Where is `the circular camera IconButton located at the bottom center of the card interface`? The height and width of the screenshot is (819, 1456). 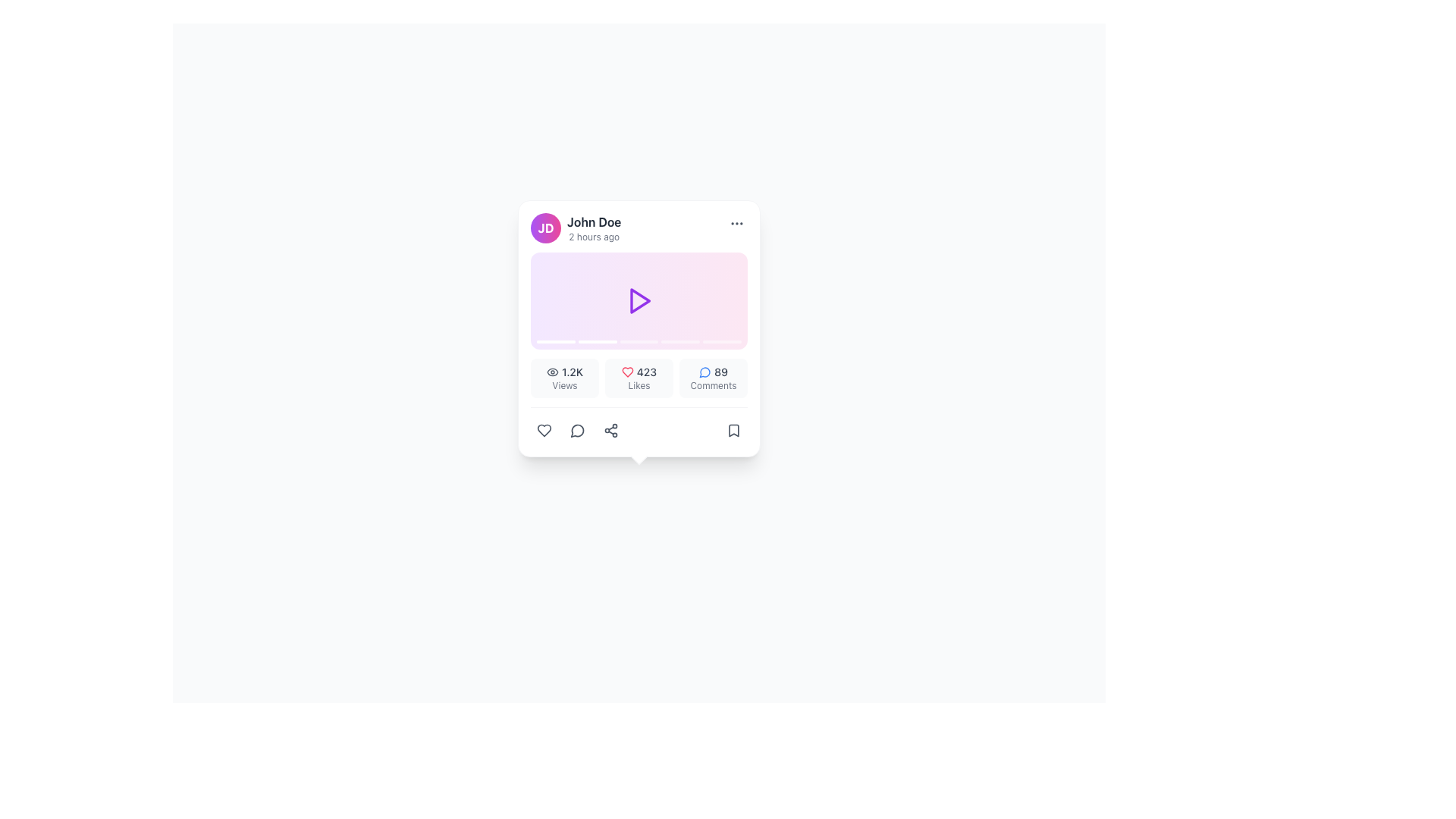
the circular camera IconButton located at the bottom center of the card interface is located at coordinates (639, 432).